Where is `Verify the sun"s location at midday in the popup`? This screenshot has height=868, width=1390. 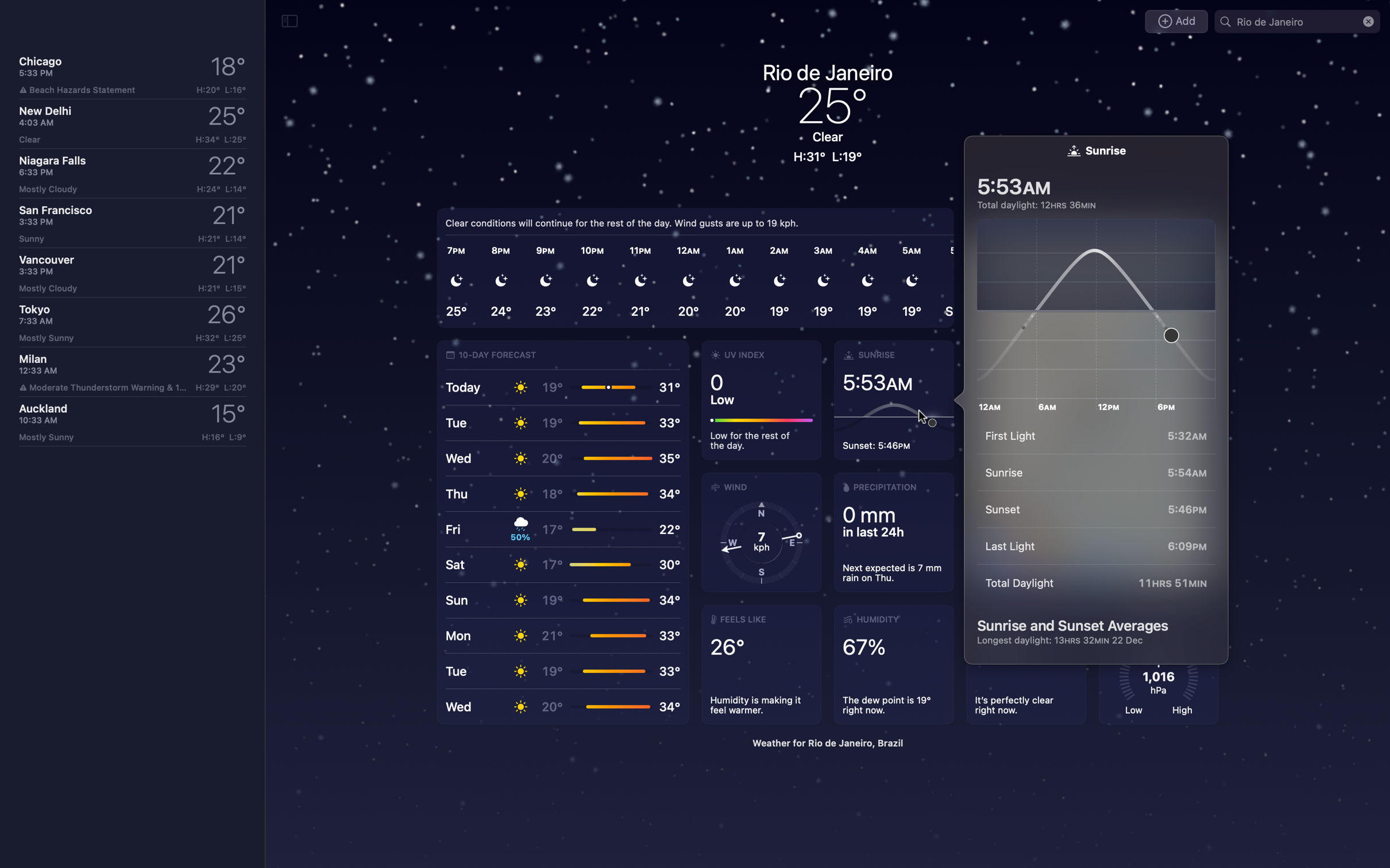 Verify the sun"s location at midday in the popup is located at coordinates (1101, 309).